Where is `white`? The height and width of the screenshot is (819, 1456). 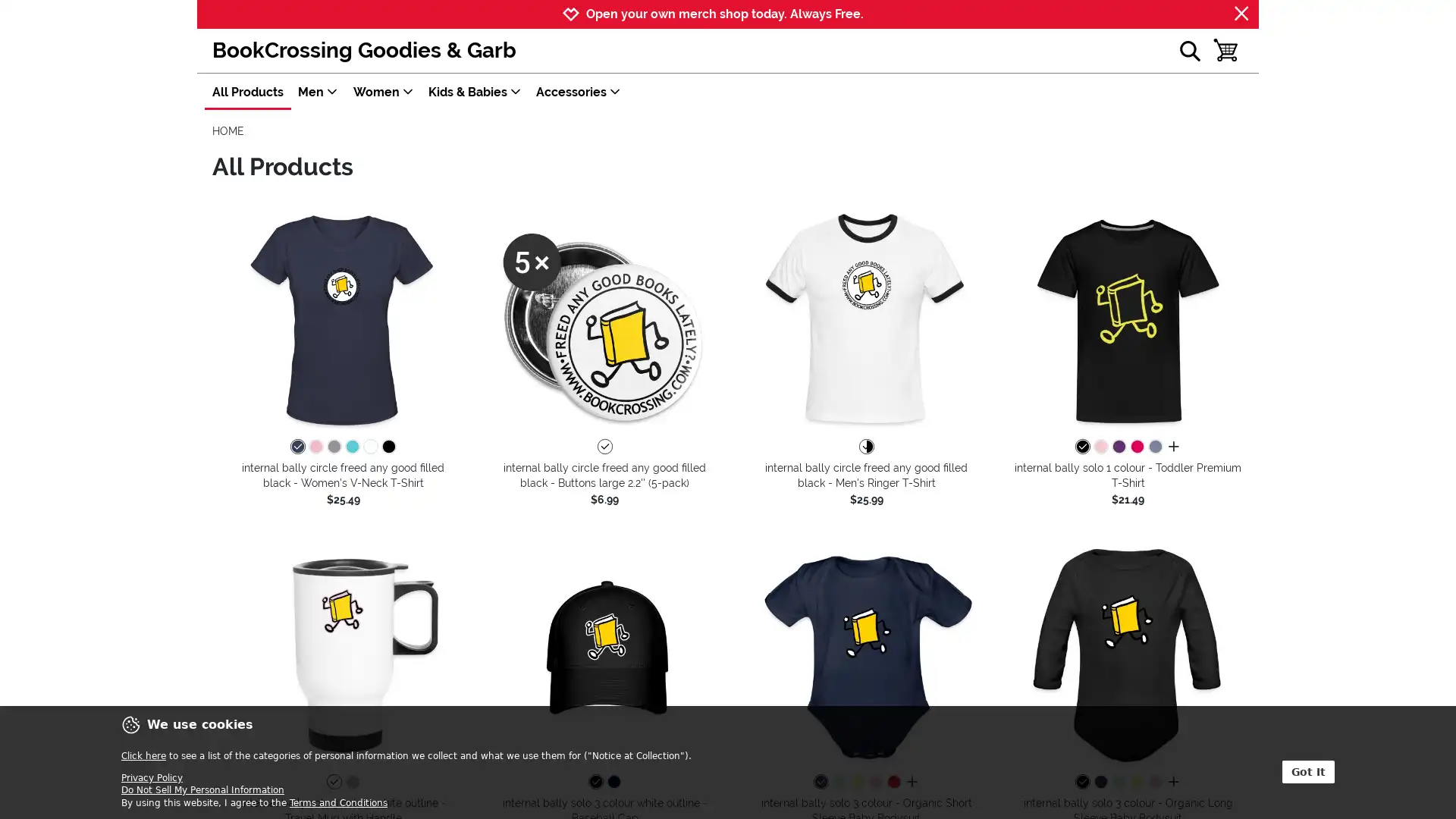 white is located at coordinates (333, 783).